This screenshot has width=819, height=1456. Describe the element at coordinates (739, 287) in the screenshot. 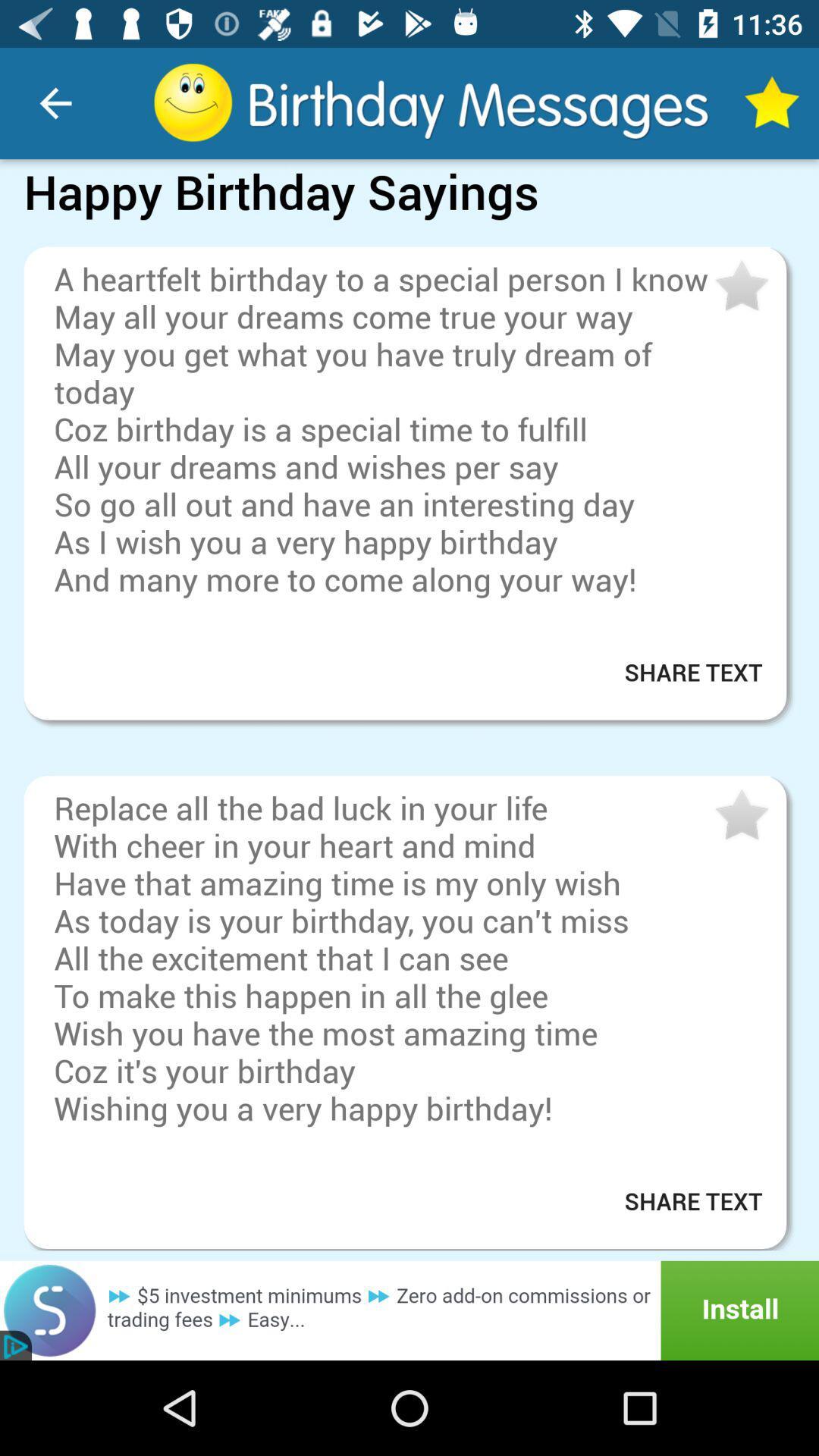

I see `place the quote as your favorite` at that location.